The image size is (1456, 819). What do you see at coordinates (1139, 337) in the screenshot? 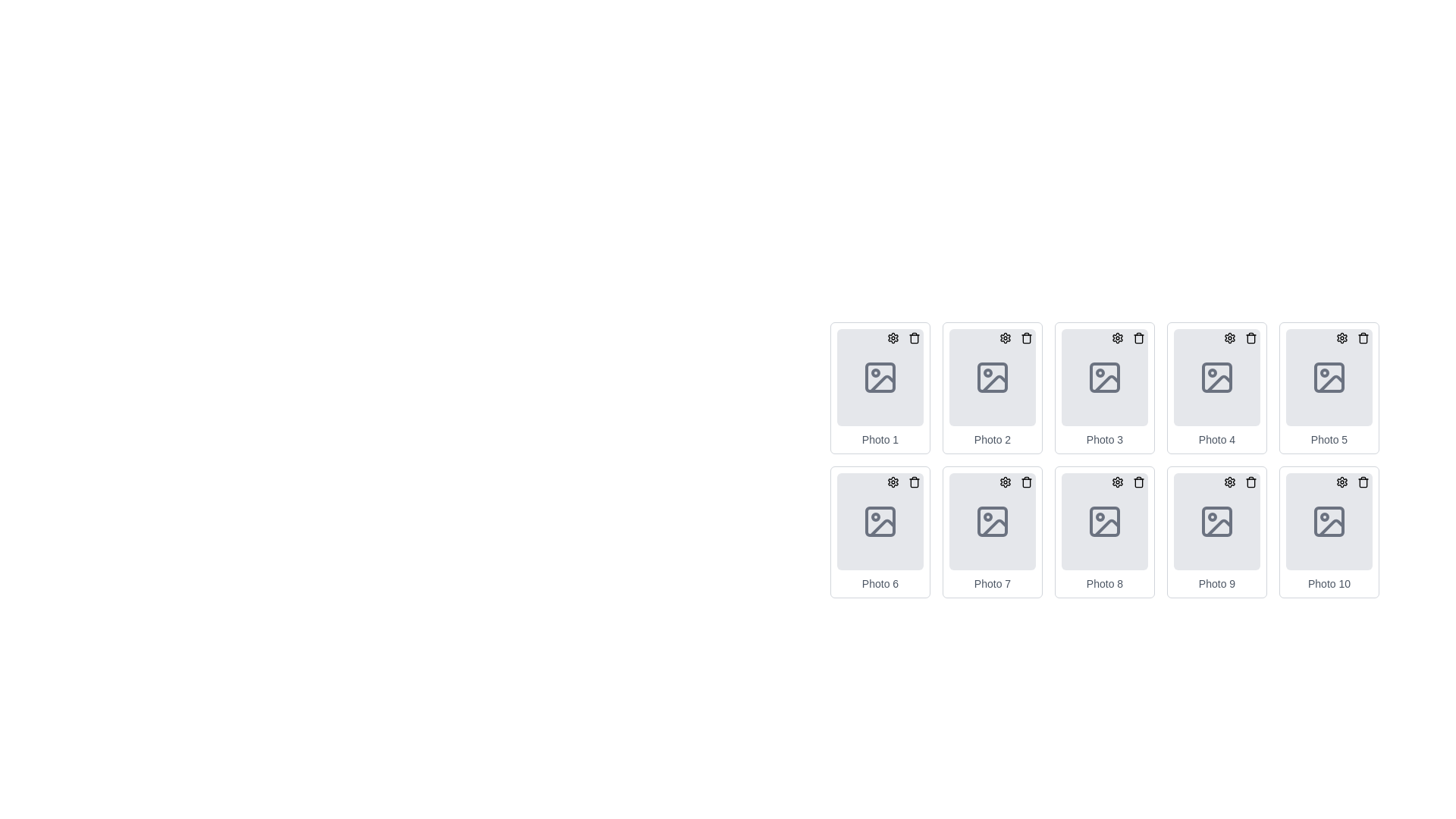
I see `the circular trash button located` at bounding box center [1139, 337].